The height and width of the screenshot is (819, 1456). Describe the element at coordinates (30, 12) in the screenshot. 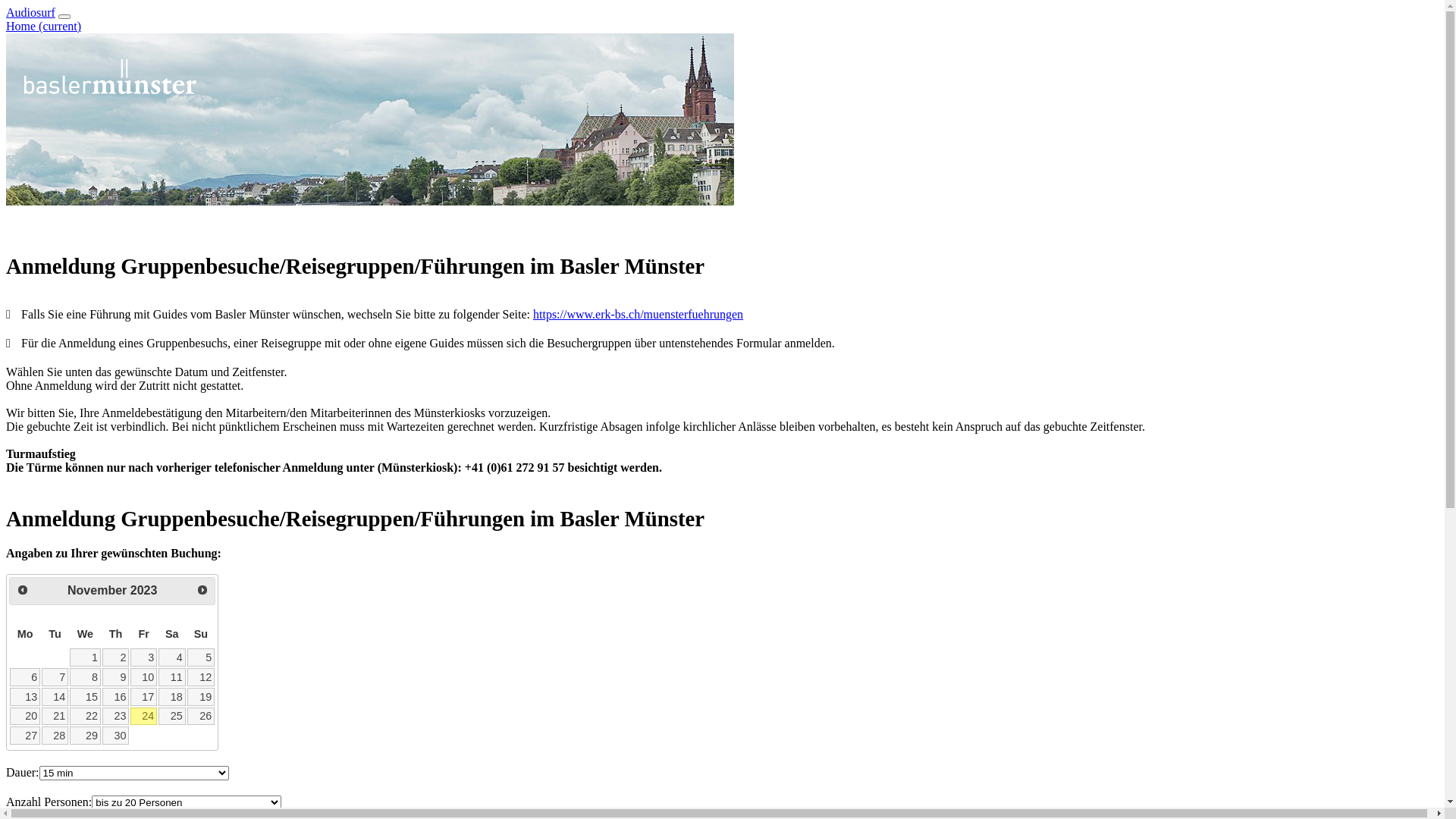

I see `'Audiosurf'` at that location.